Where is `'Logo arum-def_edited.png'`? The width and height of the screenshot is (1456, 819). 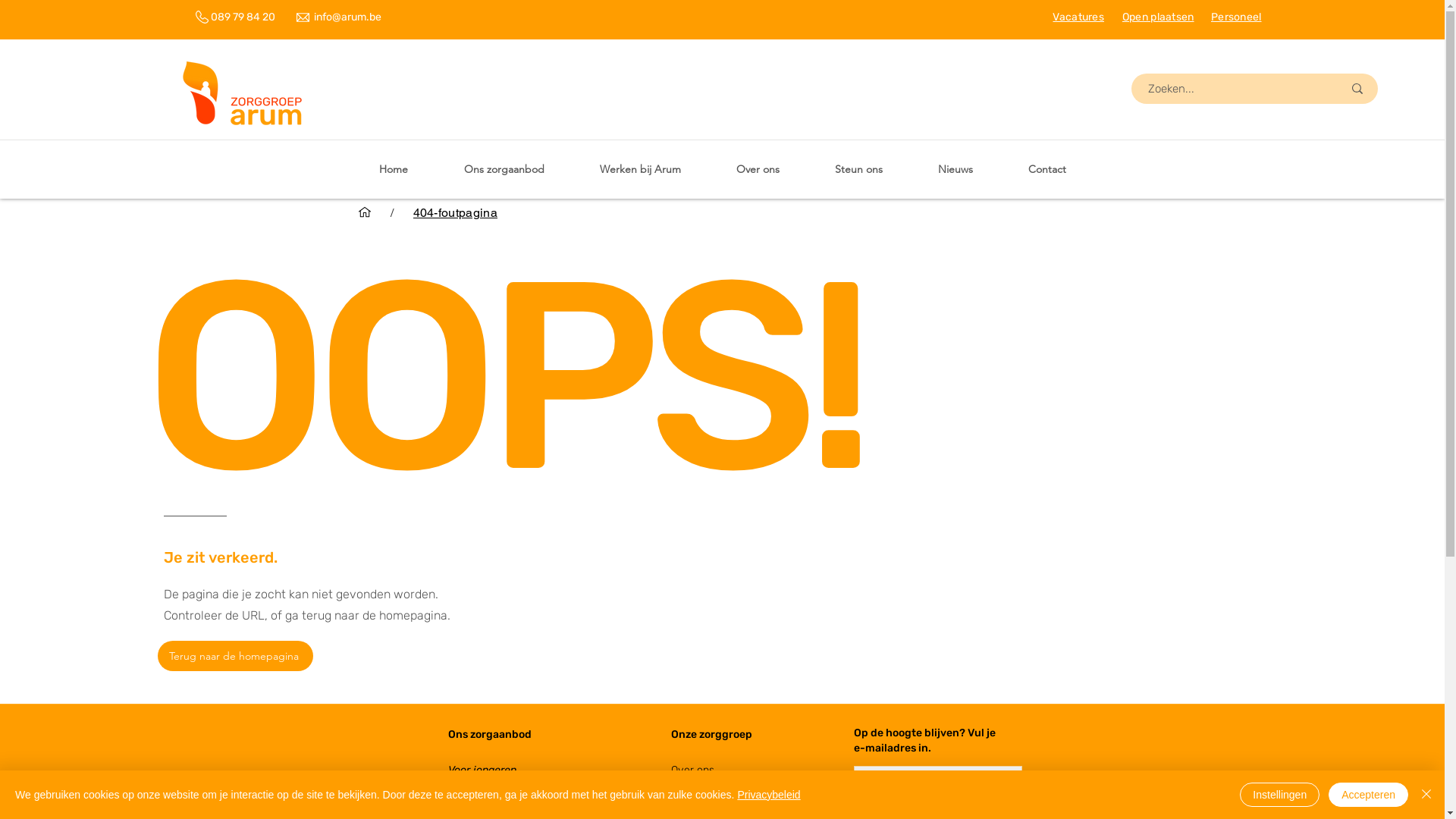 'Logo arum-def_edited.png' is located at coordinates (243, 96).